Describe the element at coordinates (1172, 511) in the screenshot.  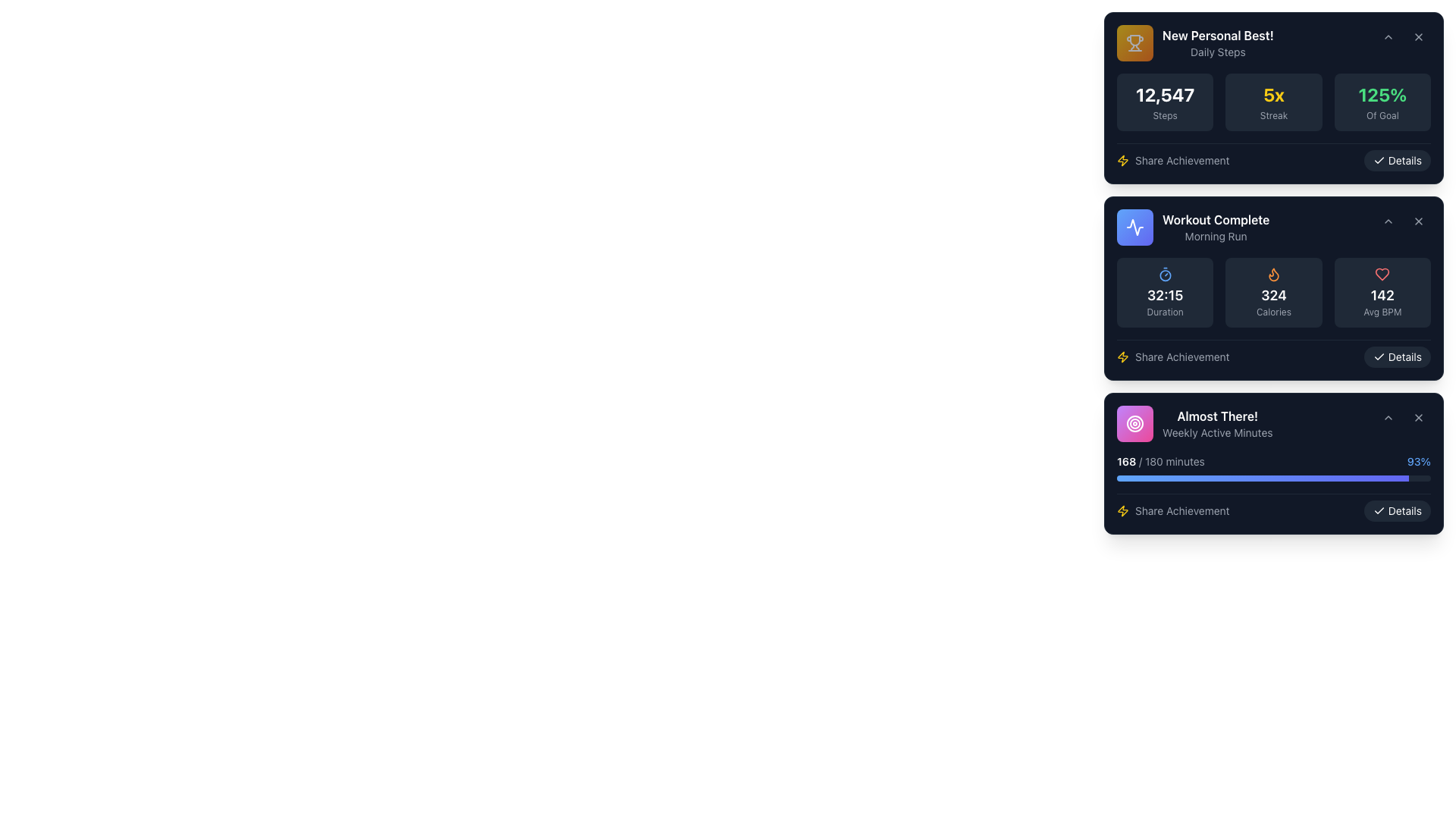
I see `the 'Share Achievement' text label with an icon, located at the bottom left corner of the third card in a vertically stacked list of cards` at that location.